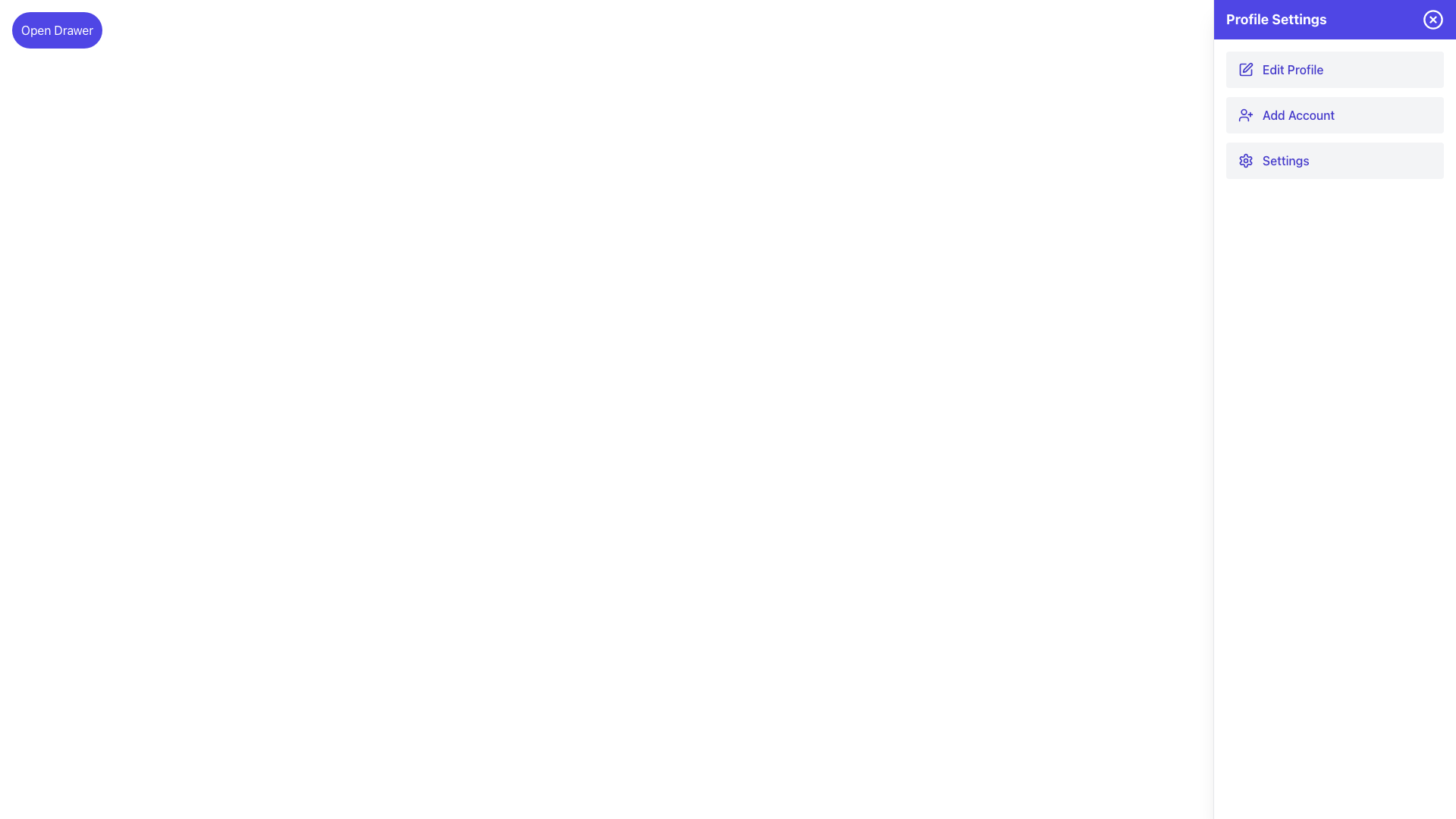 The width and height of the screenshot is (1456, 819). What do you see at coordinates (1298, 114) in the screenshot?
I see `the second text label in the vertical list within the profile settings panel to initiate the process of adding a new account` at bounding box center [1298, 114].